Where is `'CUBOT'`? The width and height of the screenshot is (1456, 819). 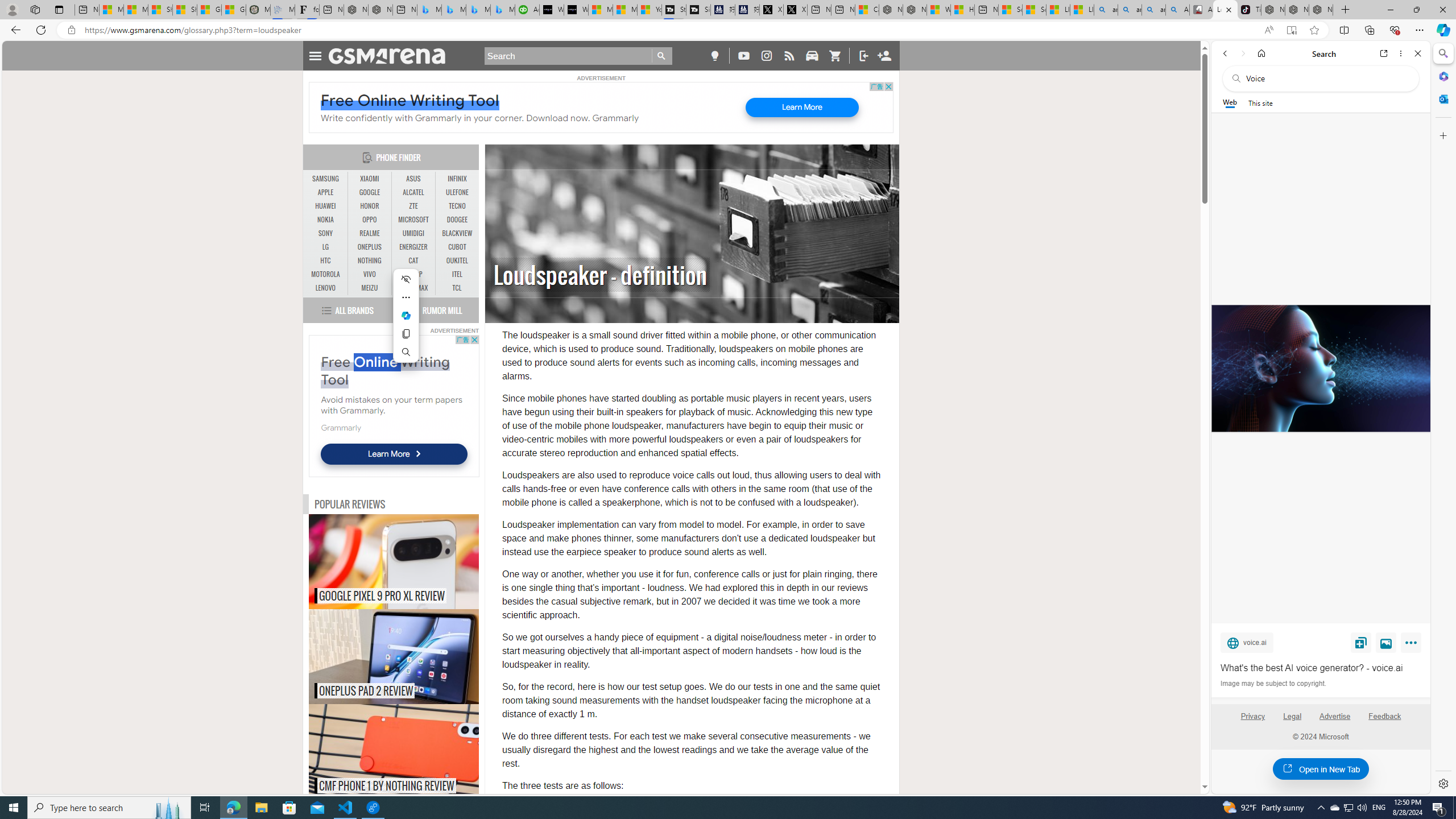
'CUBOT' is located at coordinates (457, 246).